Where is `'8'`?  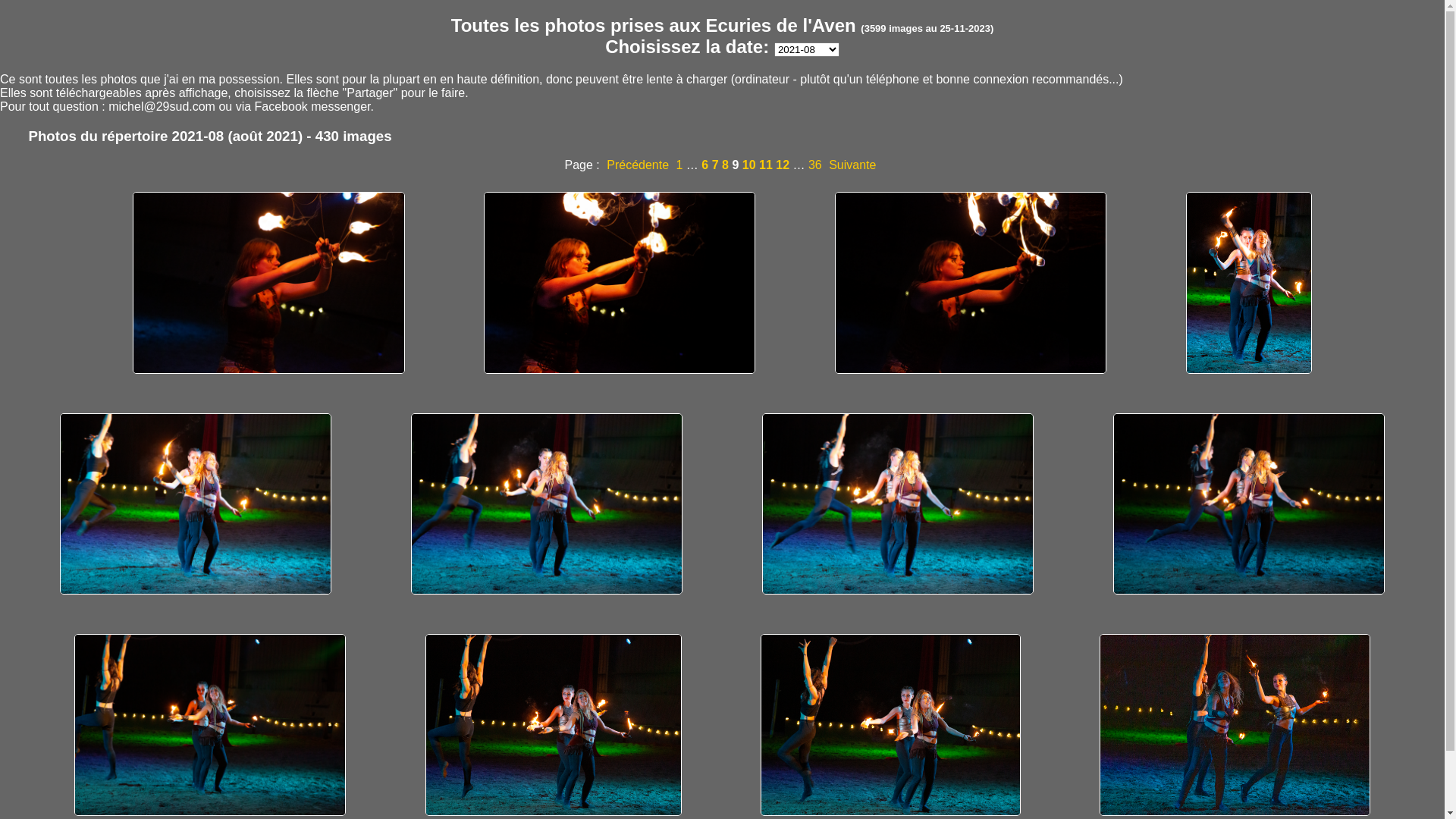 '8' is located at coordinates (724, 165).